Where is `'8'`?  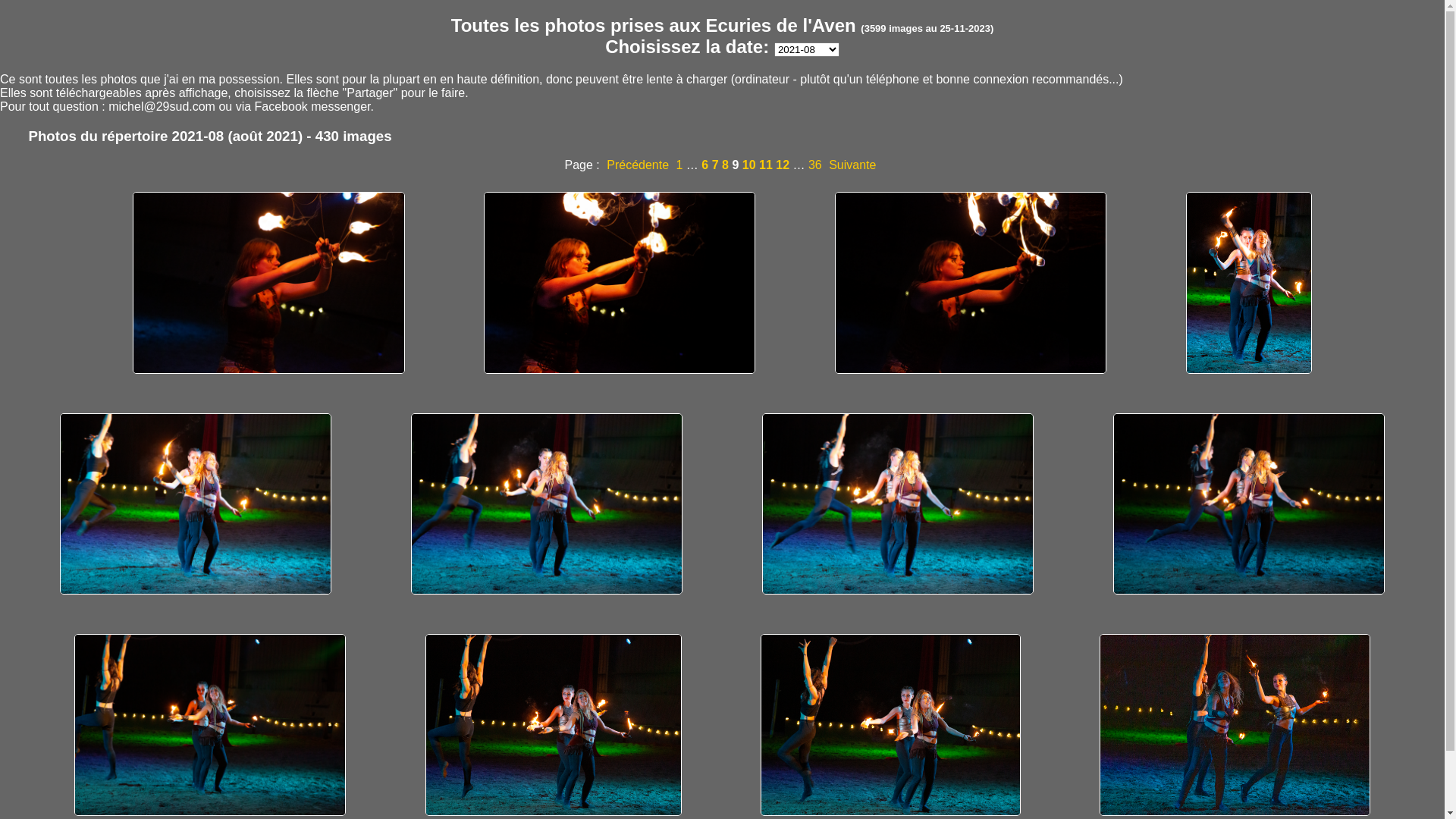 '8' is located at coordinates (724, 165).